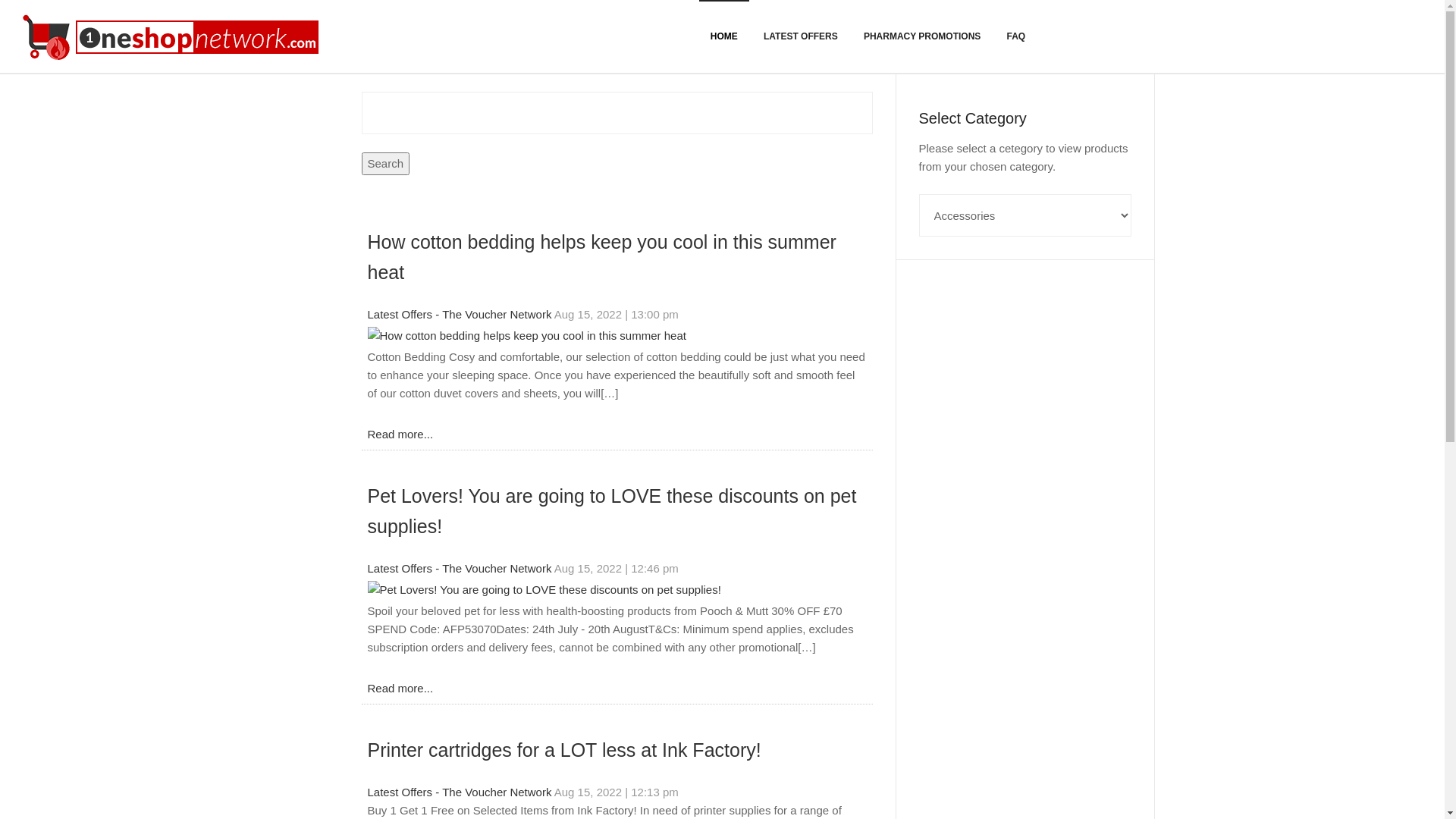  What do you see at coordinates (752, 35) in the screenshot?
I see `'LATEST OFFERS'` at bounding box center [752, 35].